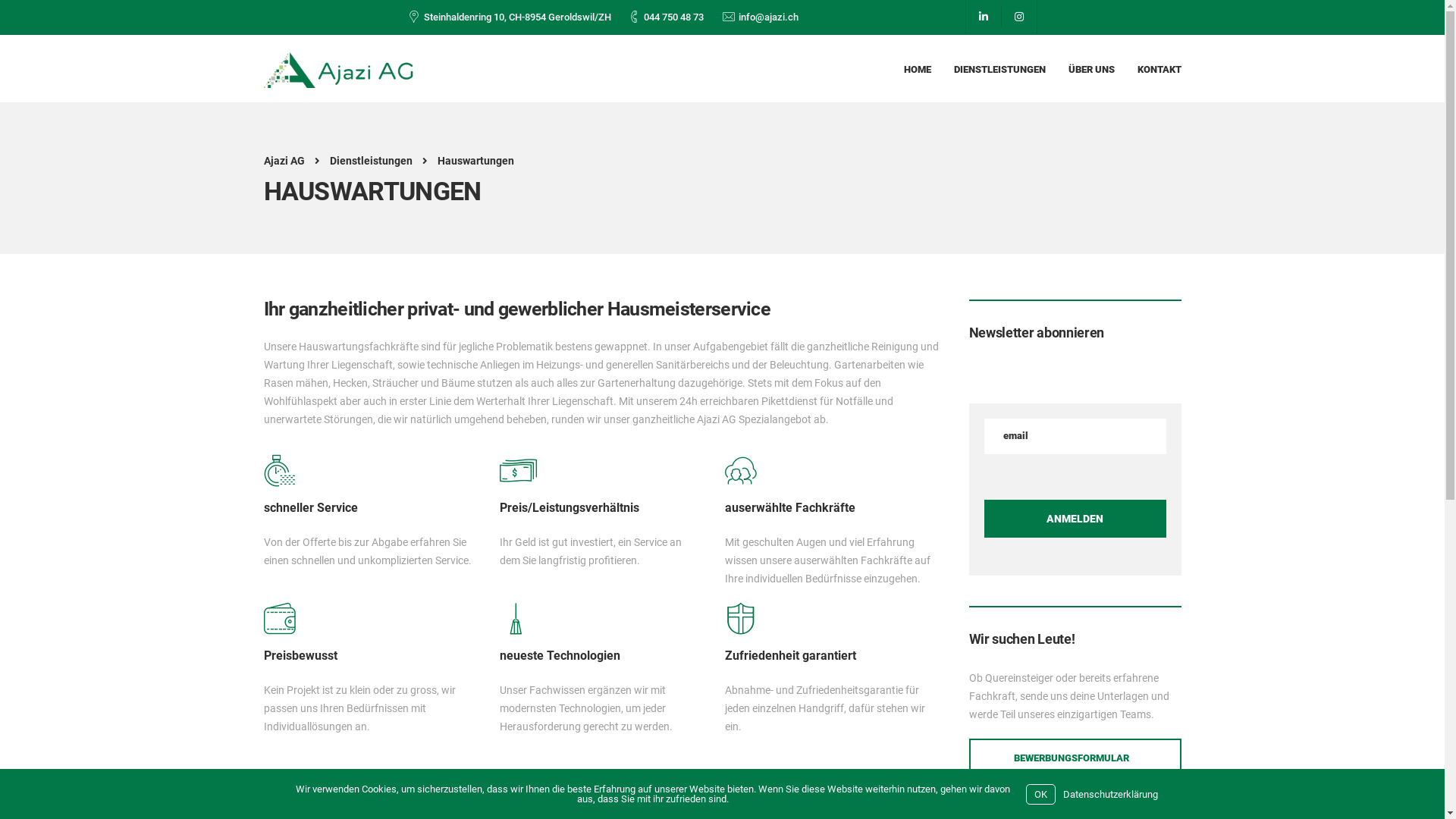 The width and height of the screenshot is (1456, 819). Describe the element at coordinates (370, 161) in the screenshot. I see `'Dienstleistungen'` at that location.